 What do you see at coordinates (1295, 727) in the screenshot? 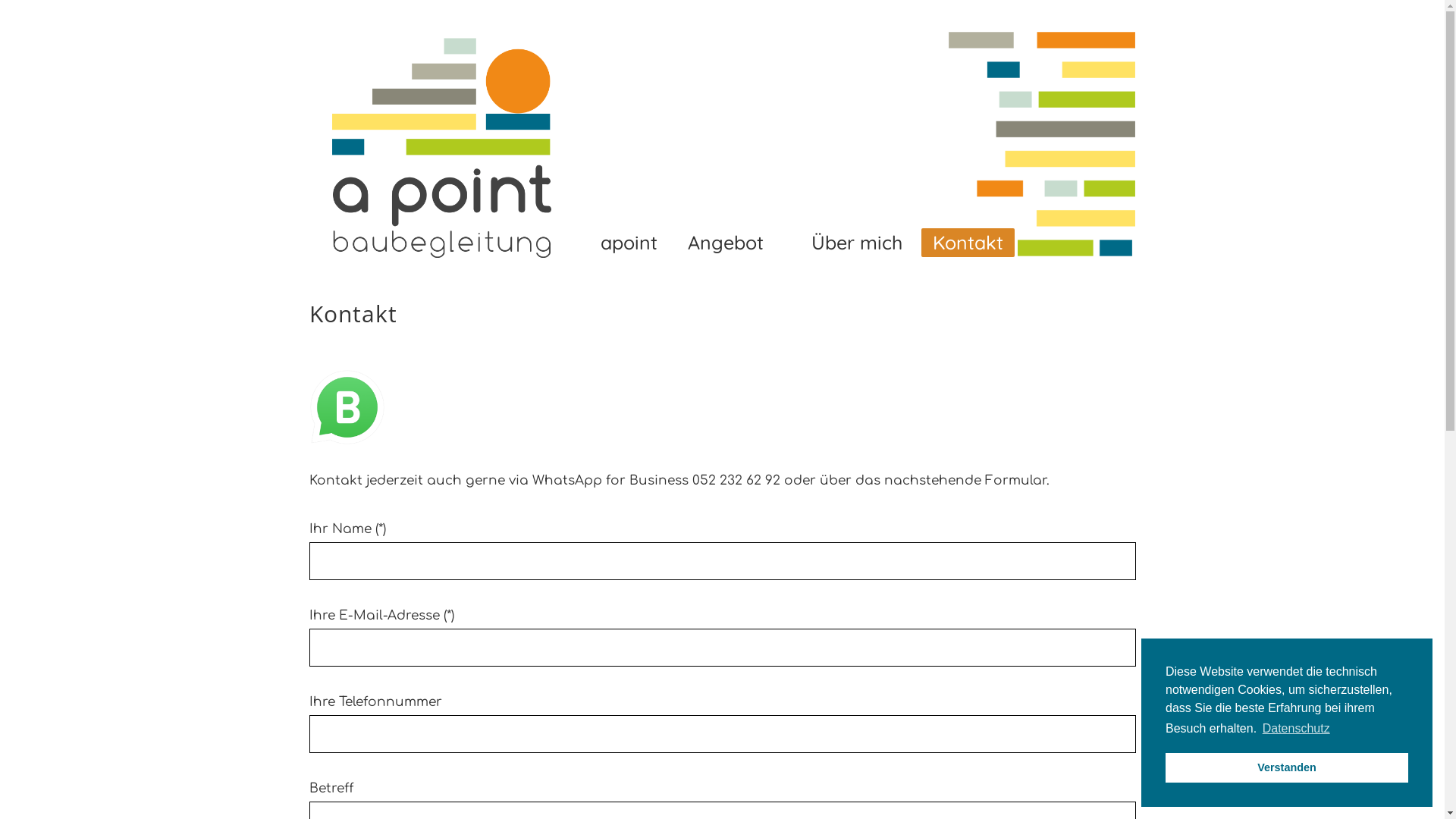
I see `'Datenschutz'` at bounding box center [1295, 727].